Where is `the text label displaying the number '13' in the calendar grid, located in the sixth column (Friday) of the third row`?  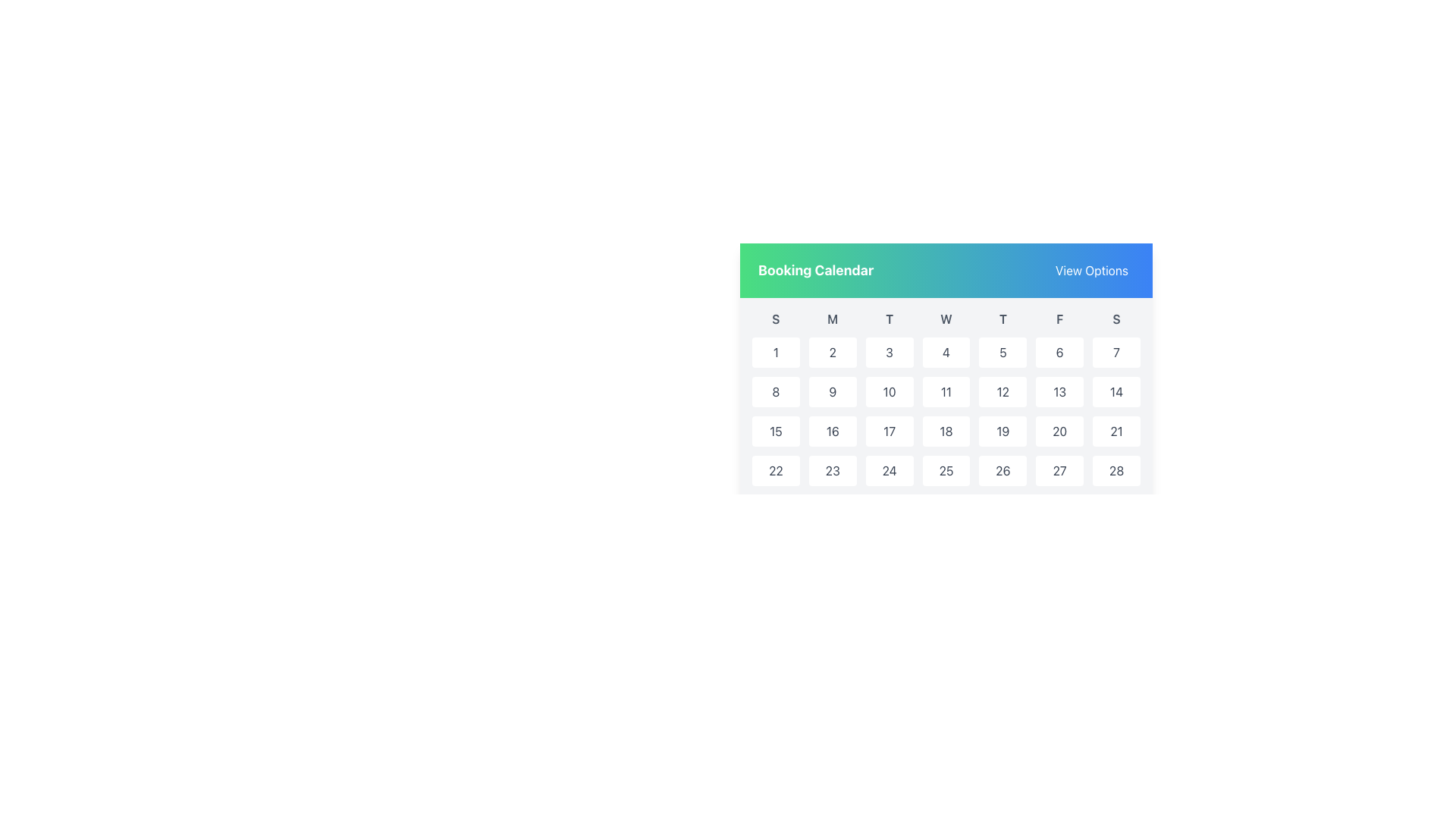 the text label displaying the number '13' in the calendar grid, located in the sixth column (Friday) of the third row is located at coordinates (1059, 391).